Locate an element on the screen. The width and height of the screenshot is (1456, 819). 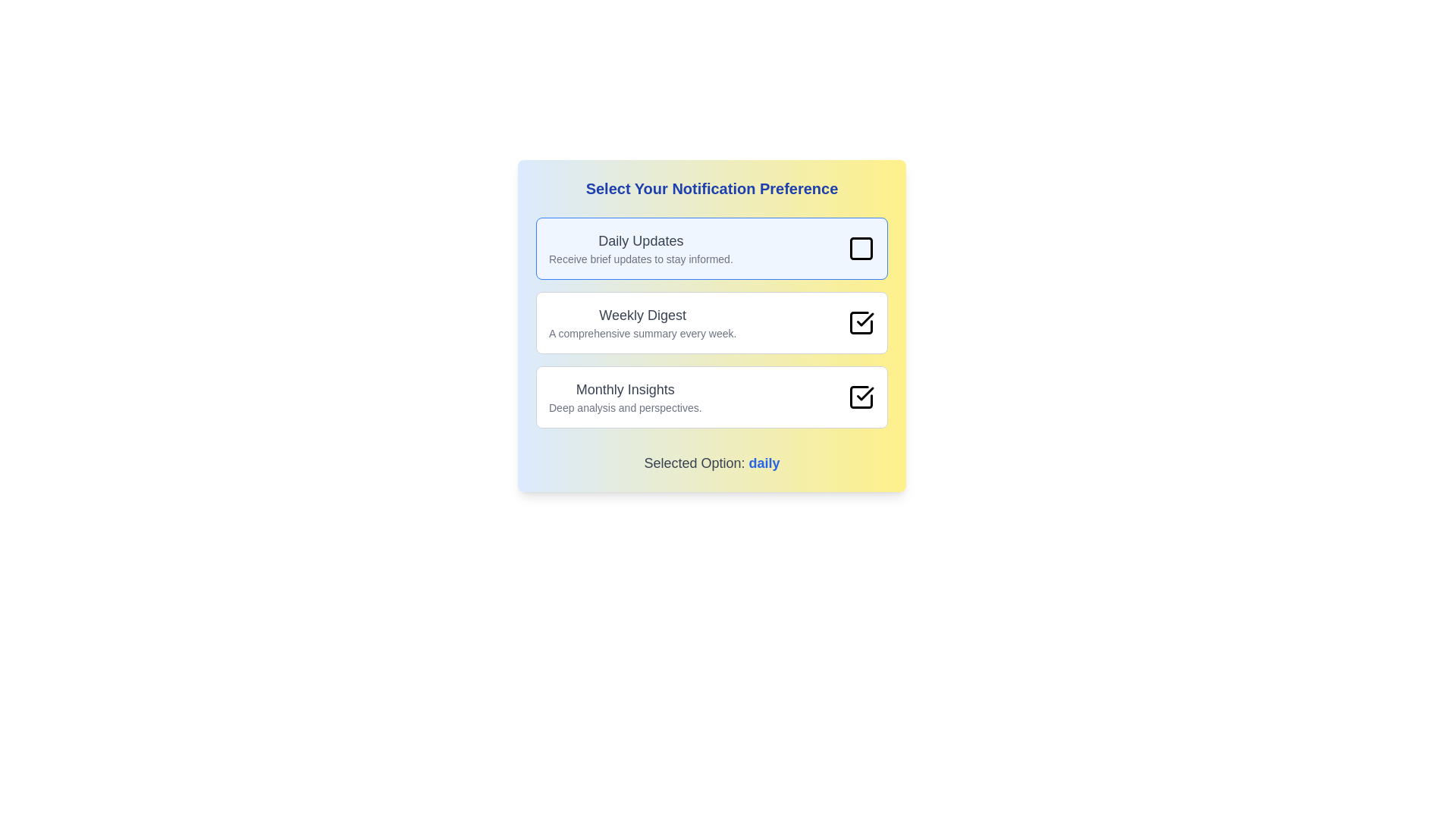
the 'Weekly Digest' text label, which is prominently displayed in bold gray font as the header of the middle option in a card layout, positioned between 'Daily Updates' and 'Monthly Insights' is located at coordinates (642, 315).